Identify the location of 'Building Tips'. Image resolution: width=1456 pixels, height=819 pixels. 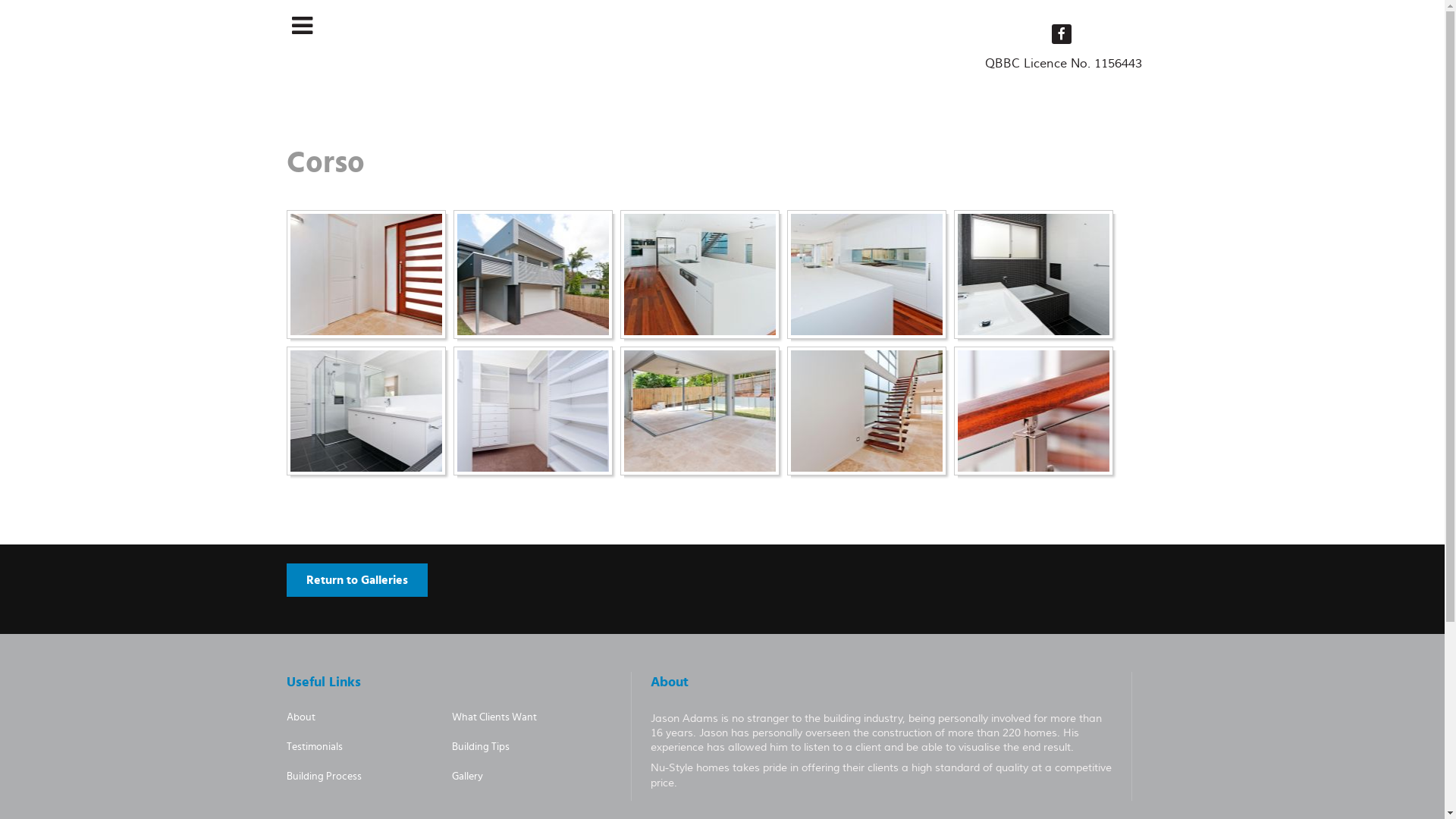
(450, 745).